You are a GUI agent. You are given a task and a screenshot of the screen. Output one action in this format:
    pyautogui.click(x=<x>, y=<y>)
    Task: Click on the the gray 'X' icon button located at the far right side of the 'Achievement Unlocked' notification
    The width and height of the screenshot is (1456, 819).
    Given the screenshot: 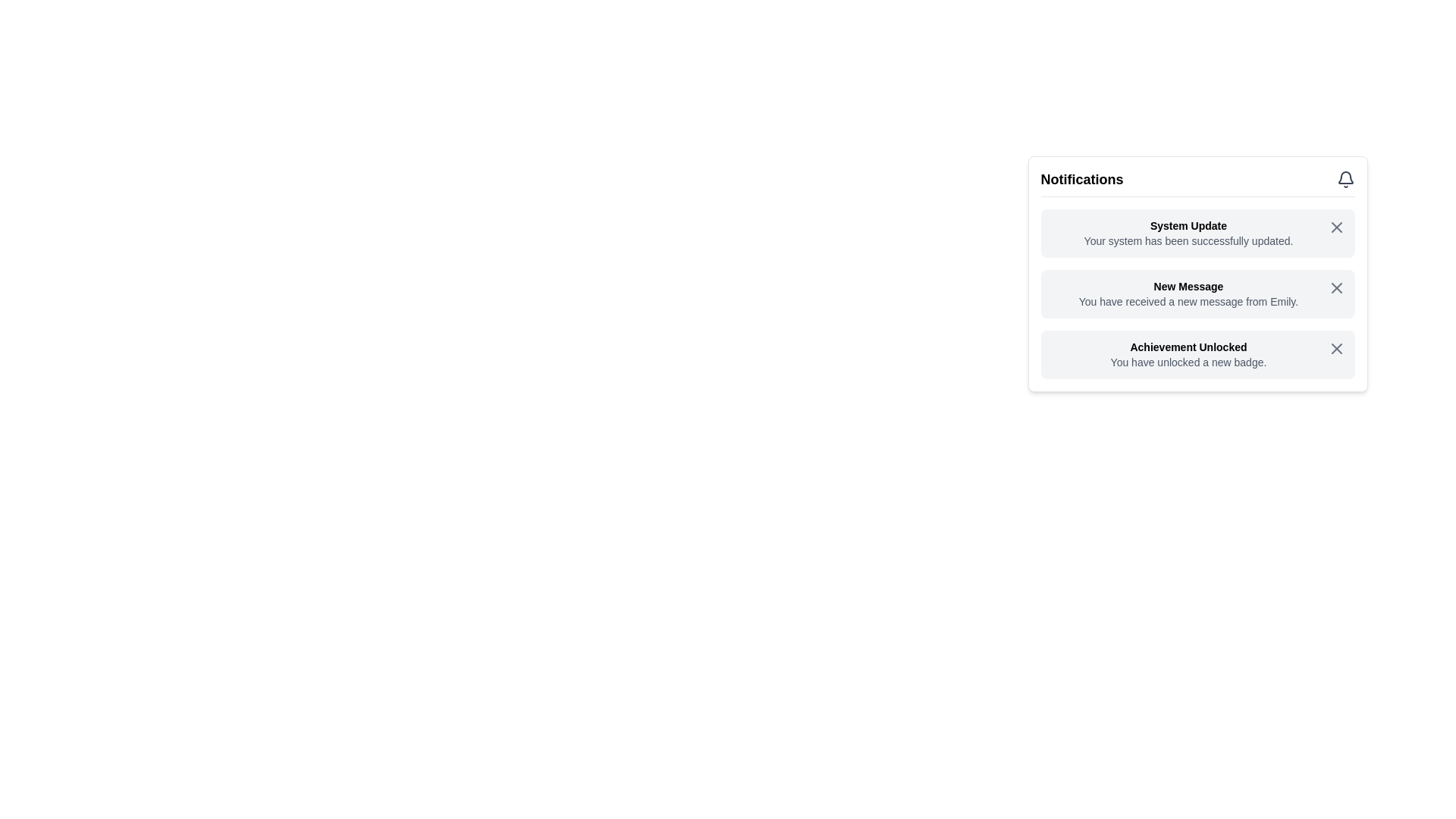 What is the action you would take?
    pyautogui.click(x=1336, y=348)
    